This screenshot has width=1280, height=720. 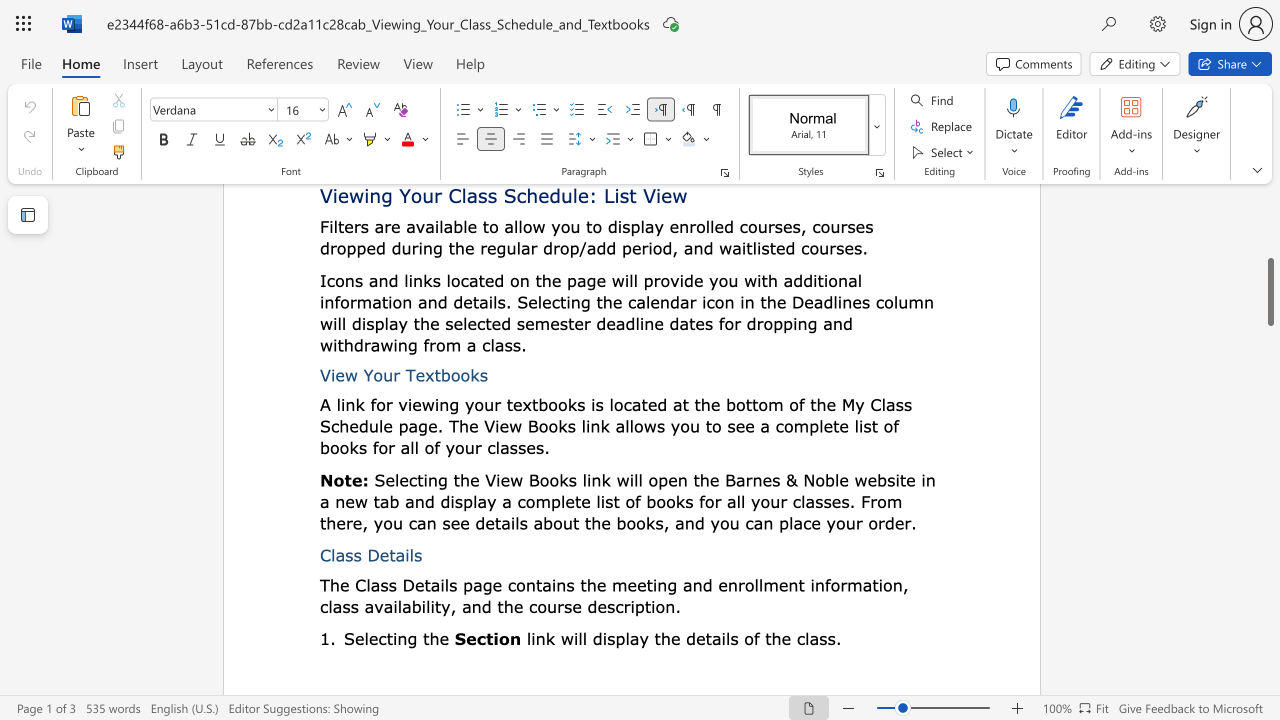 I want to click on the scrollbar and move down 2220 pixels, so click(x=1269, y=292).